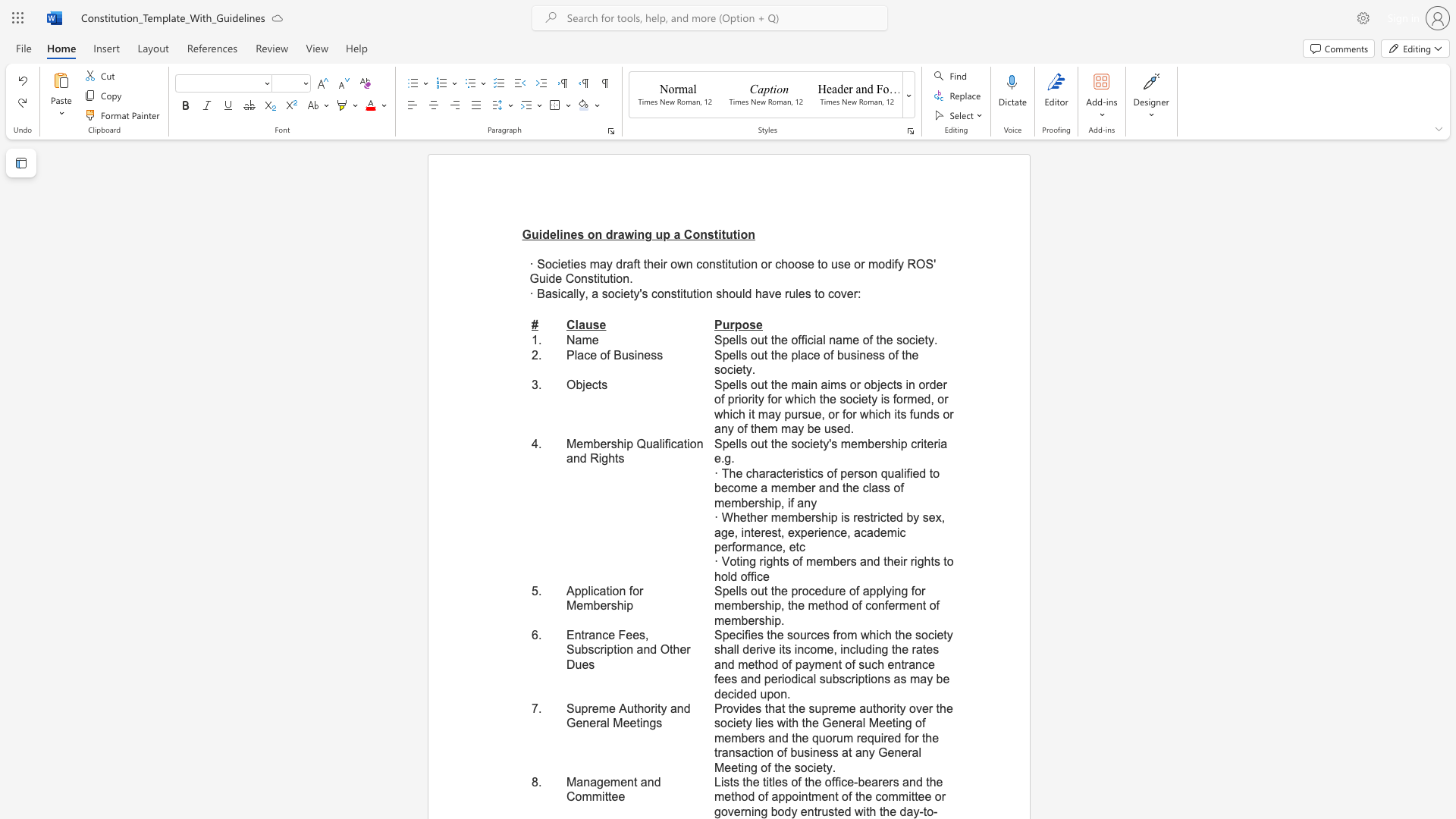  Describe the element at coordinates (752, 234) in the screenshot. I see `the 5th character "n" in the text` at that location.